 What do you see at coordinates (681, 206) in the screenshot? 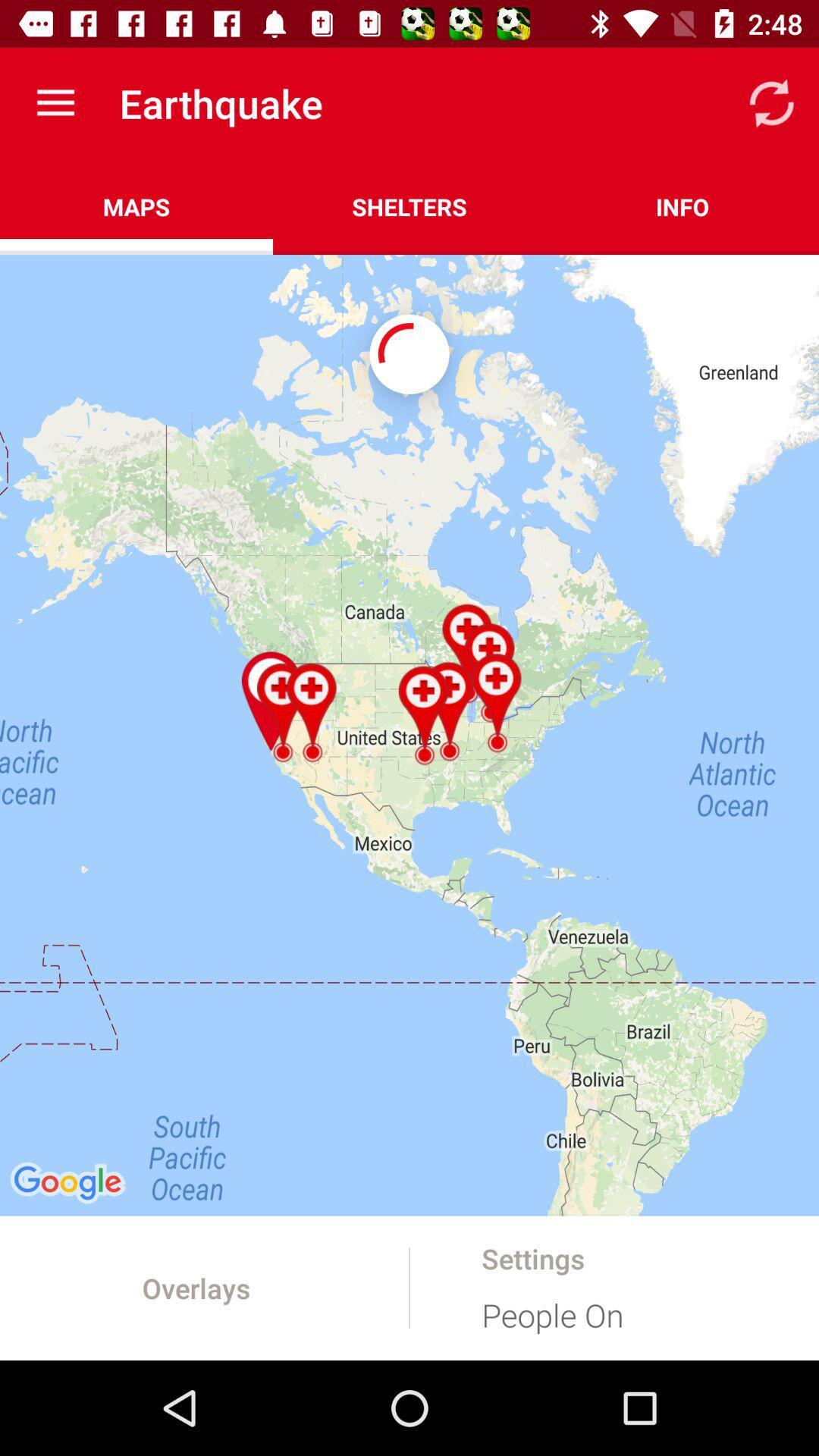
I see `item to the right of the shelters item` at bounding box center [681, 206].